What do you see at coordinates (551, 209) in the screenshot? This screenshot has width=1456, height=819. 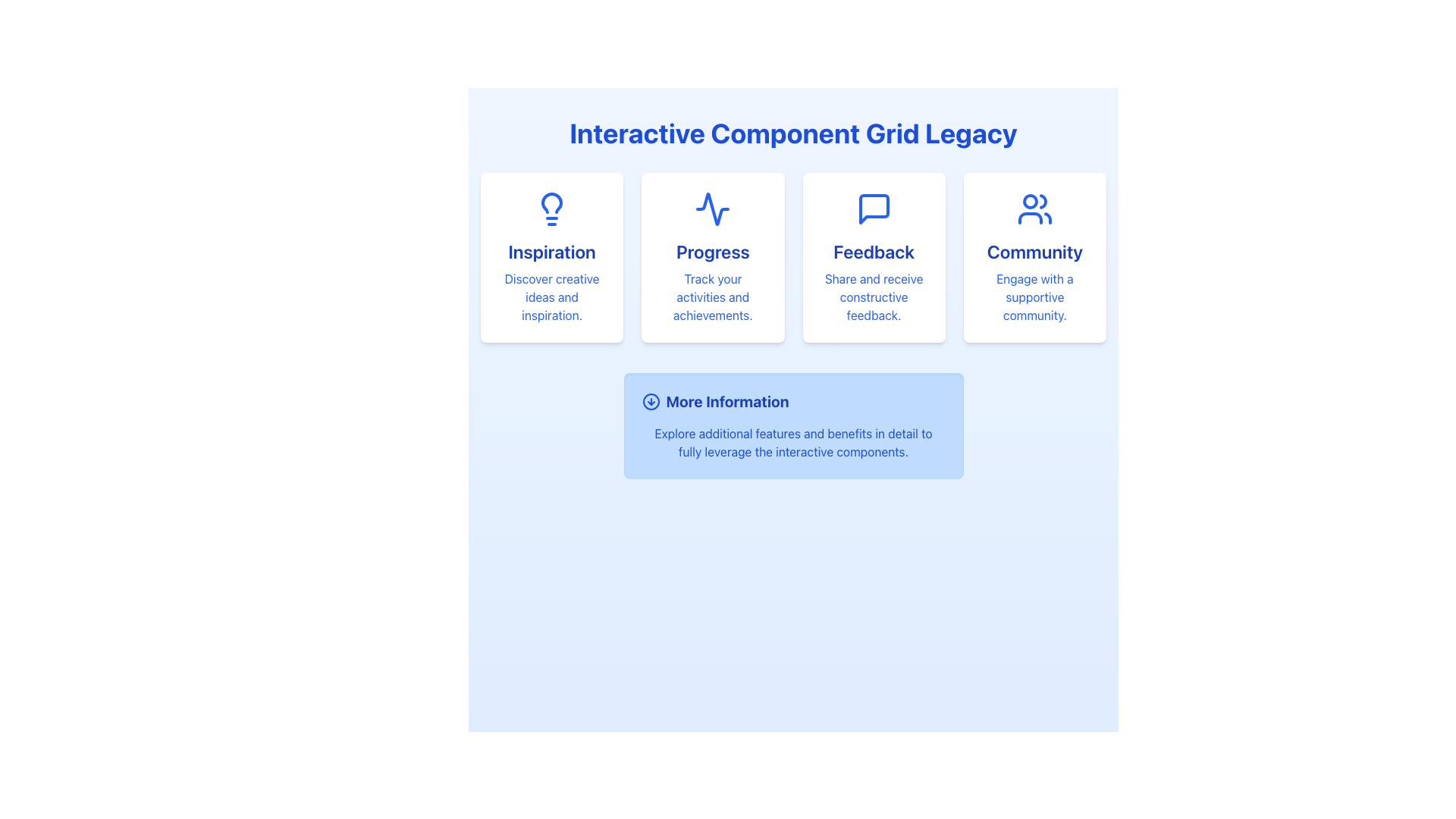 I see `the blue lightbulb SVG icon located in the 'Inspiration' card, which is part of a grid of four cards at the top of the interface` at bounding box center [551, 209].